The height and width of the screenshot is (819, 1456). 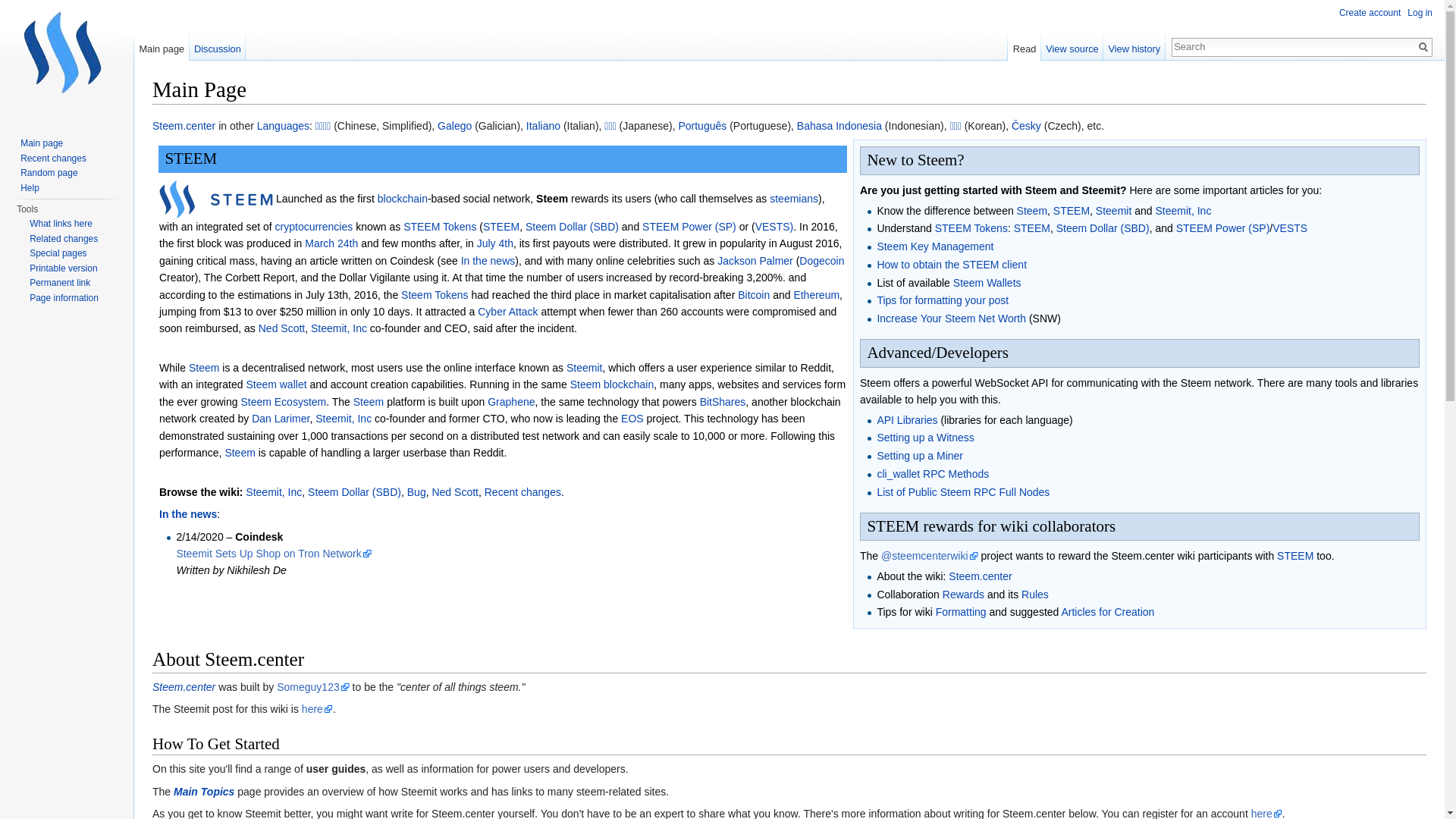 I want to click on 'Permanent link', so click(x=29, y=283).